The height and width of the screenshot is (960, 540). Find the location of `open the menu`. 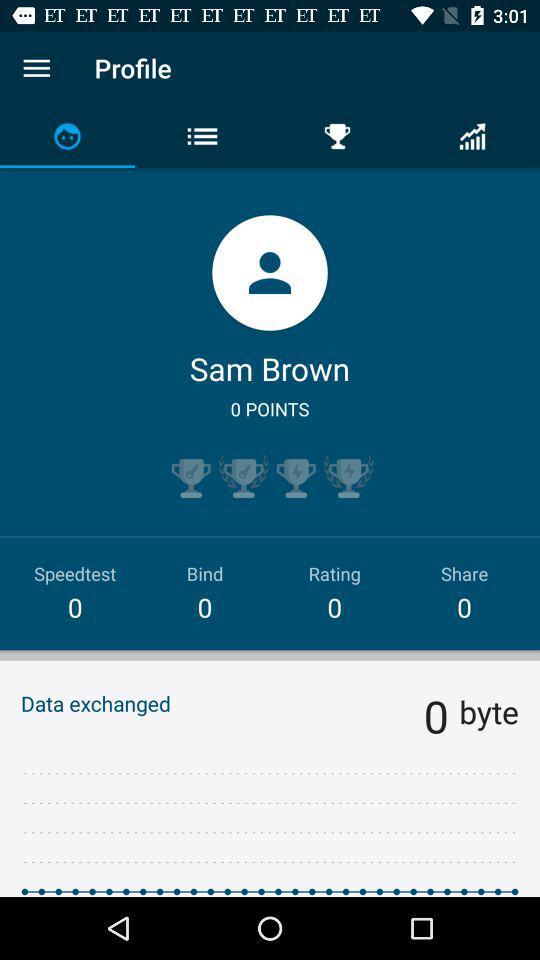

open the menu is located at coordinates (36, 68).